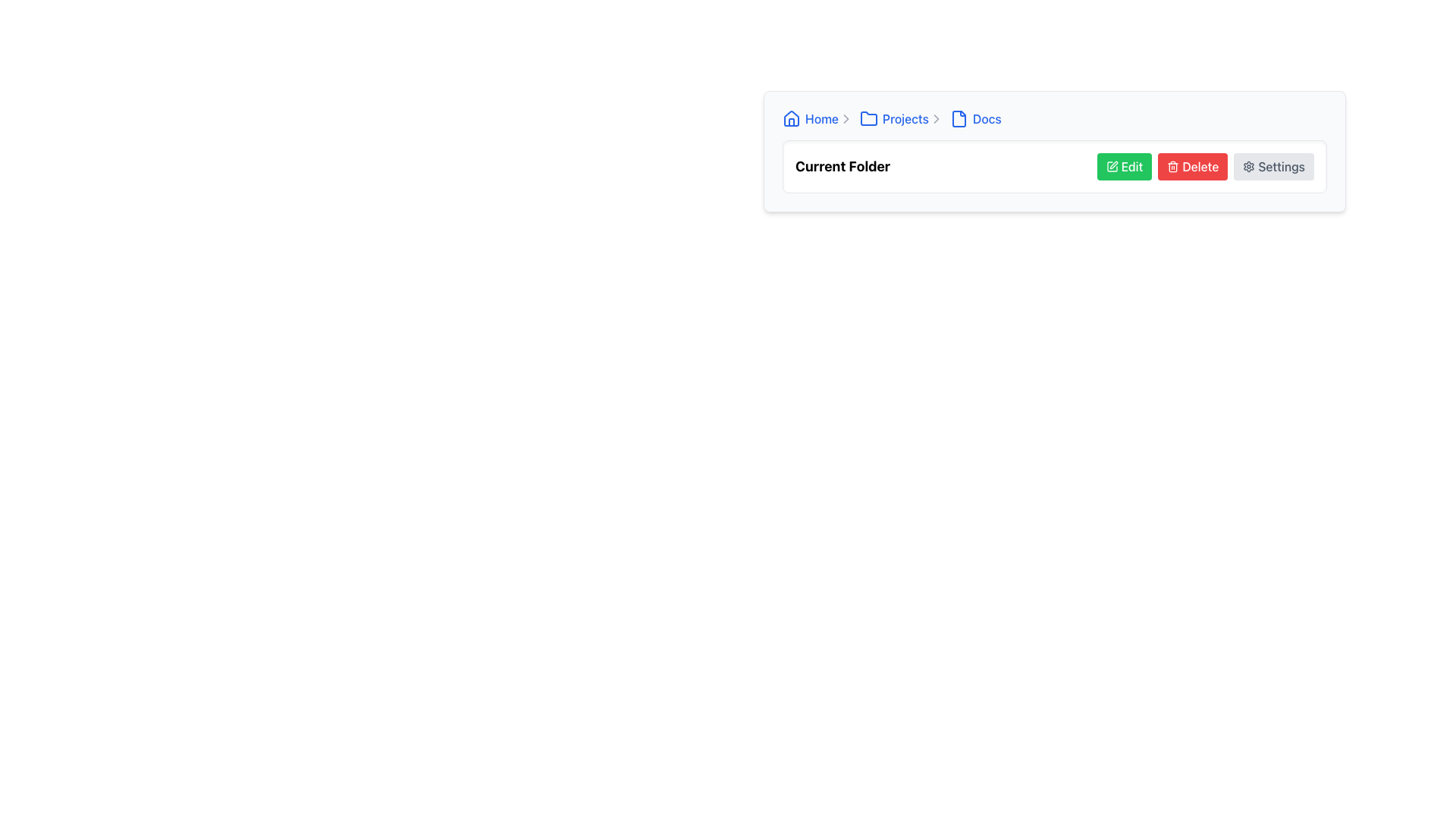  What do you see at coordinates (958, 118) in the screenshot?
I see `the small blue file icon located next to the 'Docs' text in the breadcrumb navigation bar` at bounding box center [958, 118].